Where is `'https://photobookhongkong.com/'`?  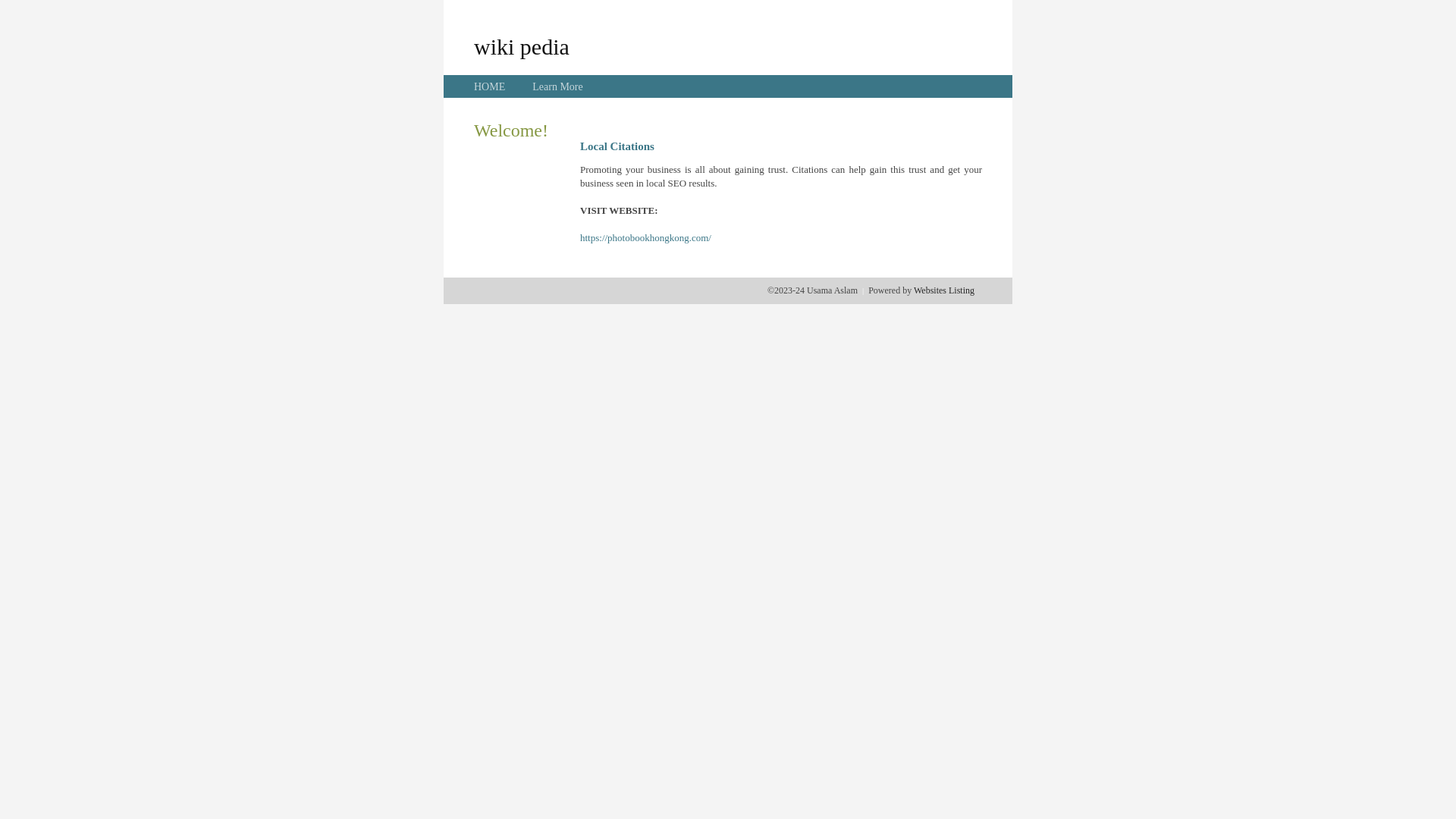
'https://photobookhongkong.com/' is located at coordinates (645, 237).